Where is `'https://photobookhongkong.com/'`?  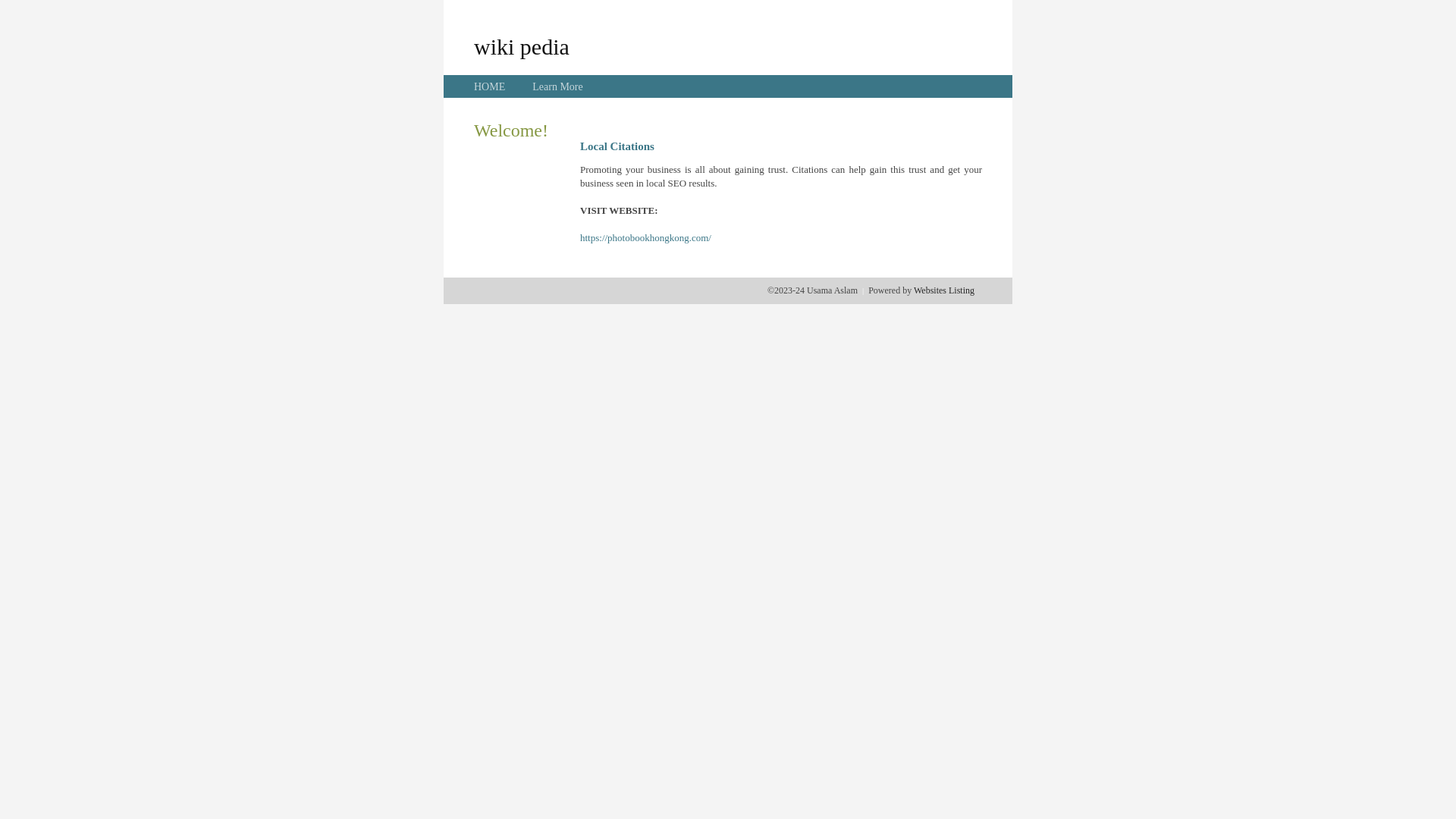
'https://photobookhongkong.com/' is located at coordinates (645, 237).